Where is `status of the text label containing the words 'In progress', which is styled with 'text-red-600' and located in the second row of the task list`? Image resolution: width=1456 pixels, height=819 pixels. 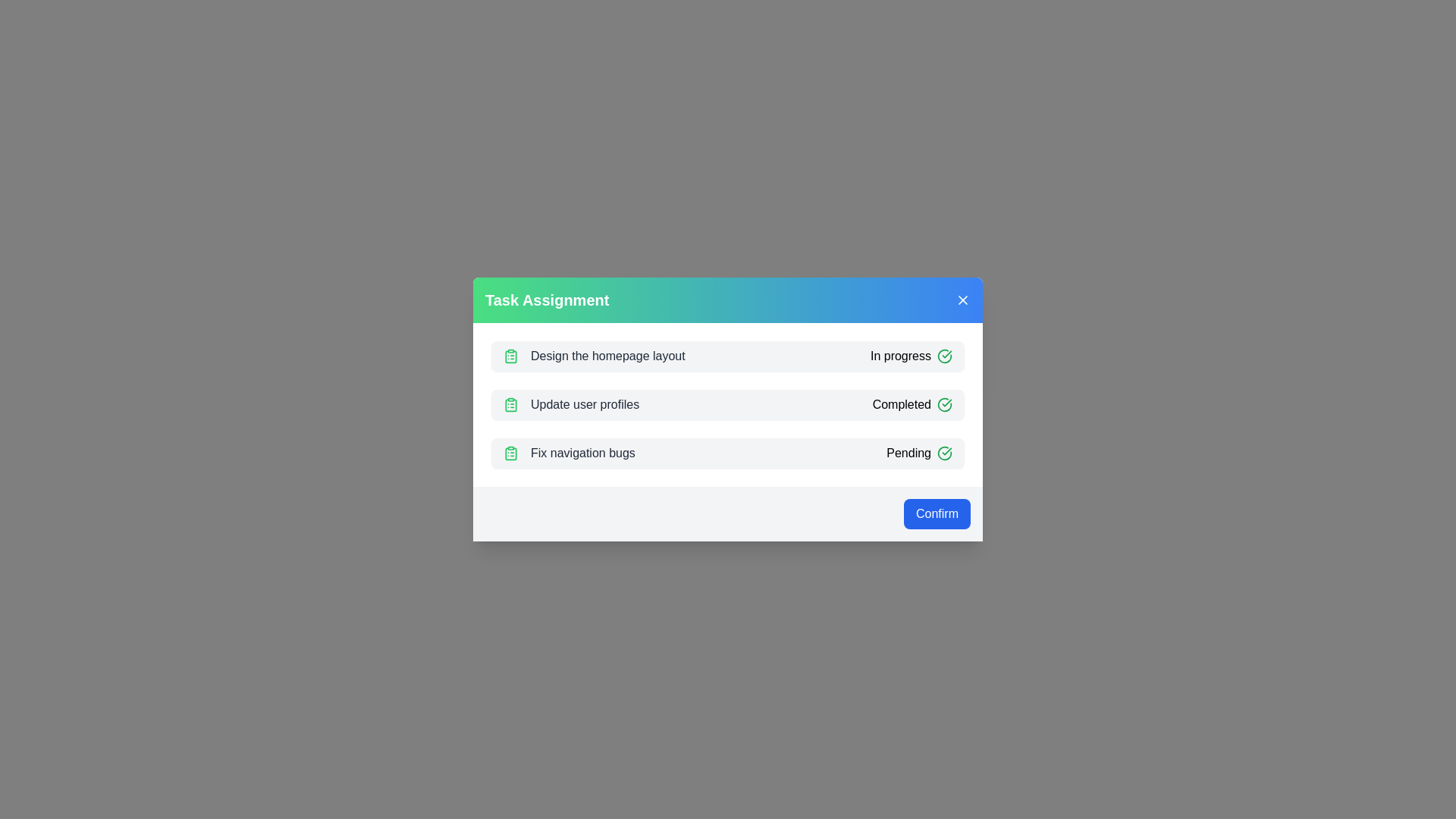 status of the text label containing the words 'In progress', which is styled with 'text-red-600' and located in the second row of the task list is located at coordinates (900, 356).